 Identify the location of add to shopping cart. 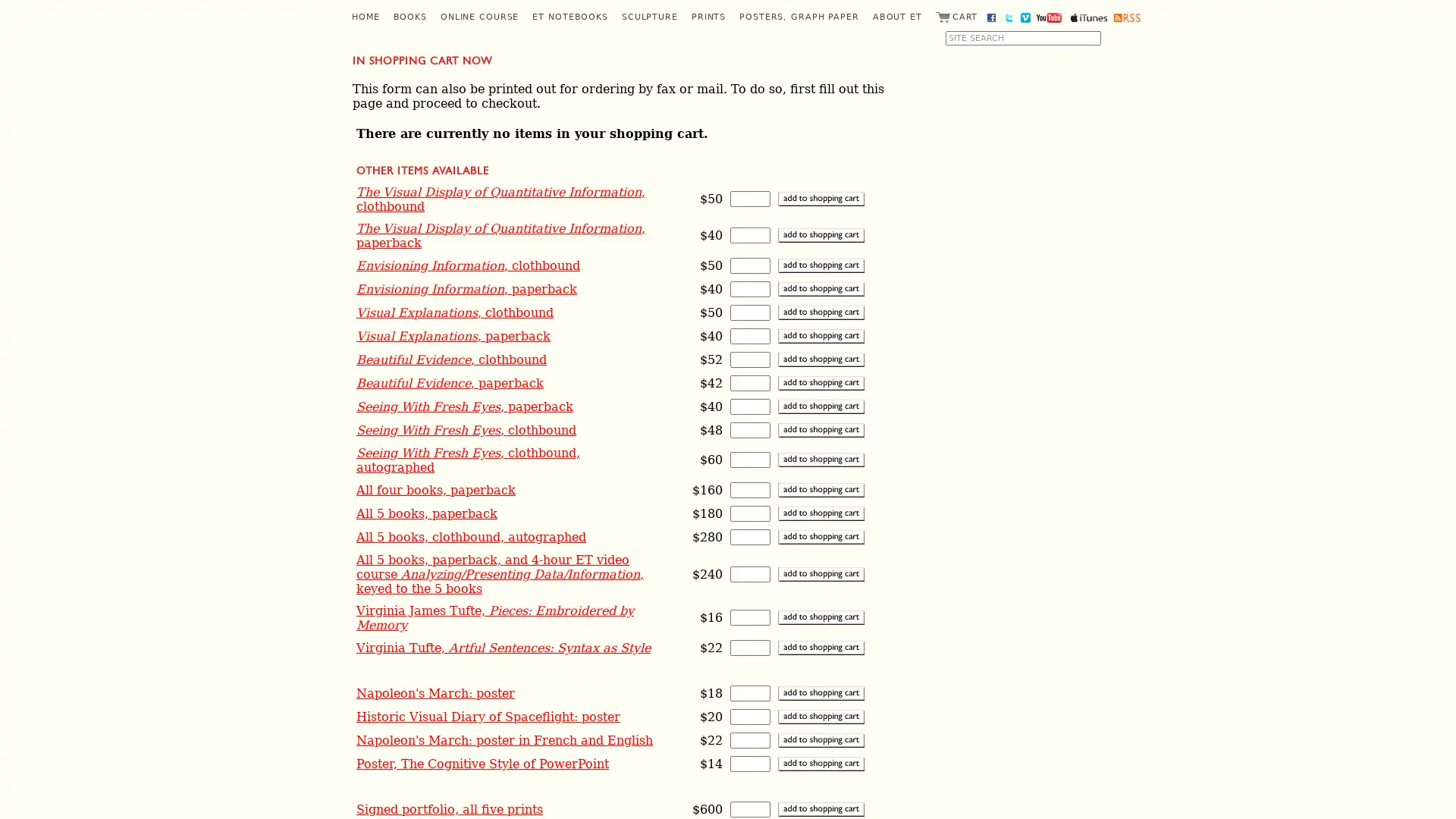
(821, 489).